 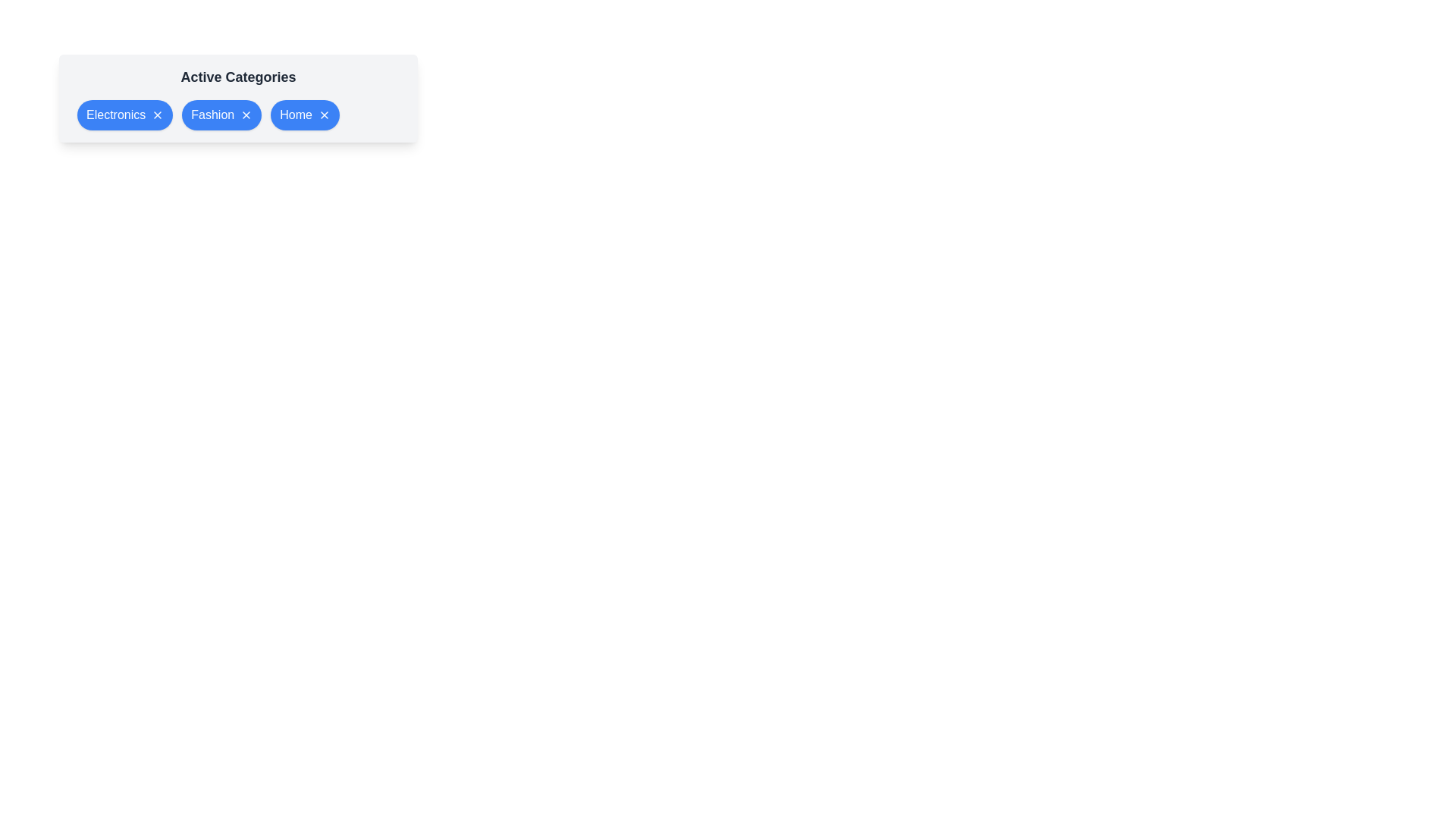 What do you see at coordinates (158, 114) in the screenshot?
I see `the 'X' button for the category Electronics` at bounding box center [158, 114].